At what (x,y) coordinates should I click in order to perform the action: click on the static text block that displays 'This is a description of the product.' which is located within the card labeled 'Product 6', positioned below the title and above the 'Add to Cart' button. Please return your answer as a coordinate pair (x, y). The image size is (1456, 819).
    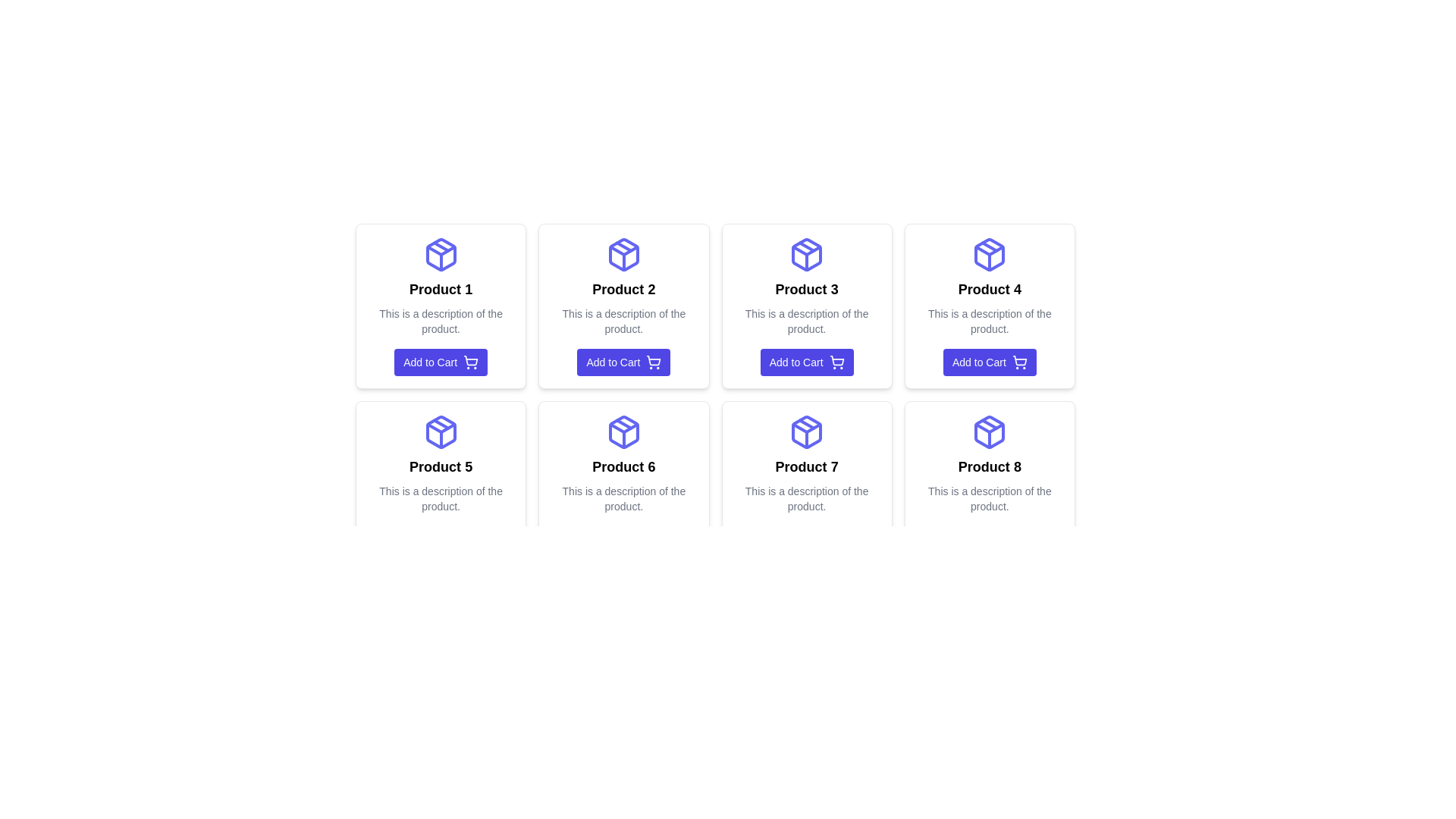
    Looking at the image, I should click on (623, 499).